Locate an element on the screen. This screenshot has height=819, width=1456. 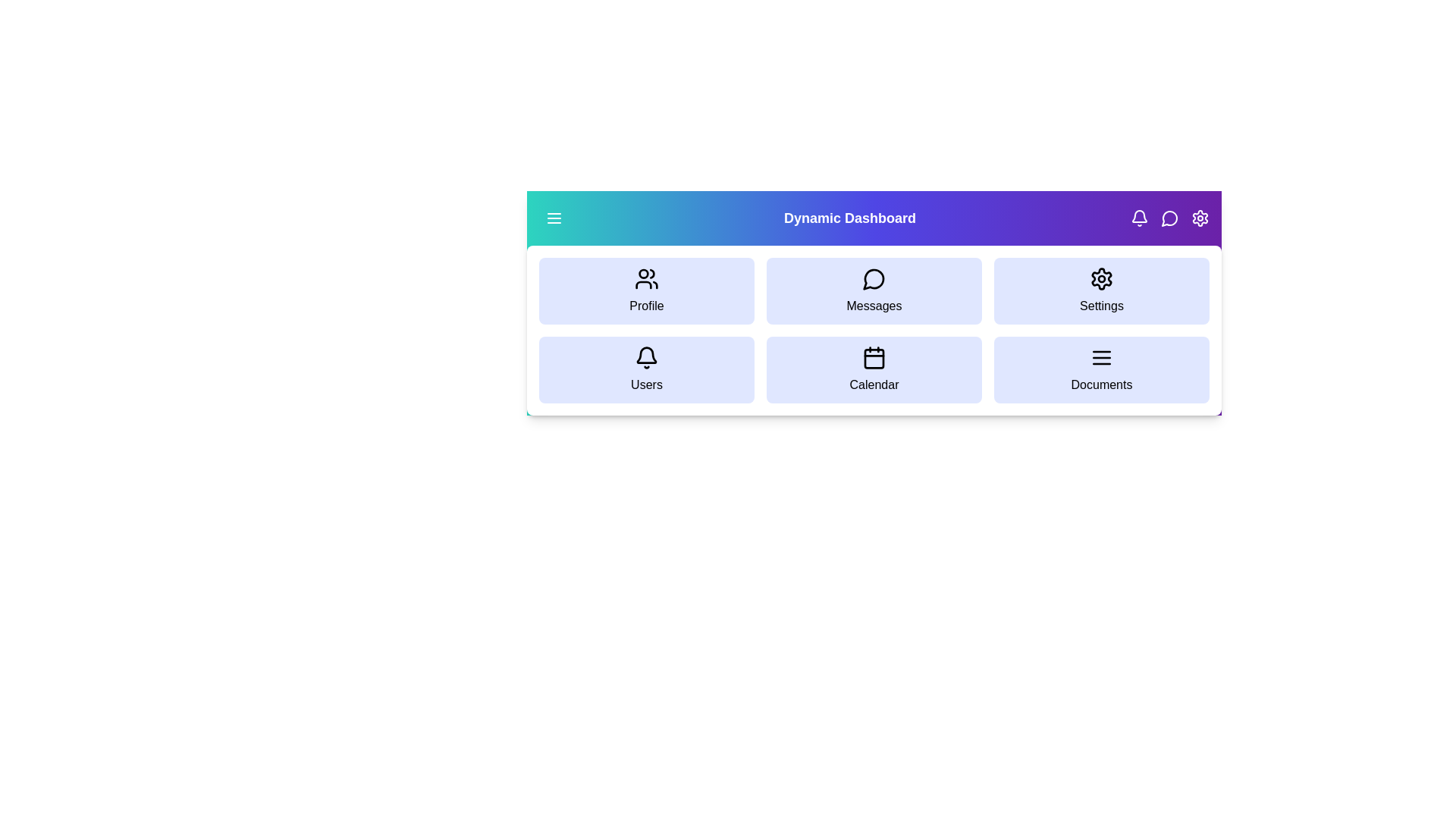
the 'Messages' button to open the messages section is located at coordinates (874, 291).